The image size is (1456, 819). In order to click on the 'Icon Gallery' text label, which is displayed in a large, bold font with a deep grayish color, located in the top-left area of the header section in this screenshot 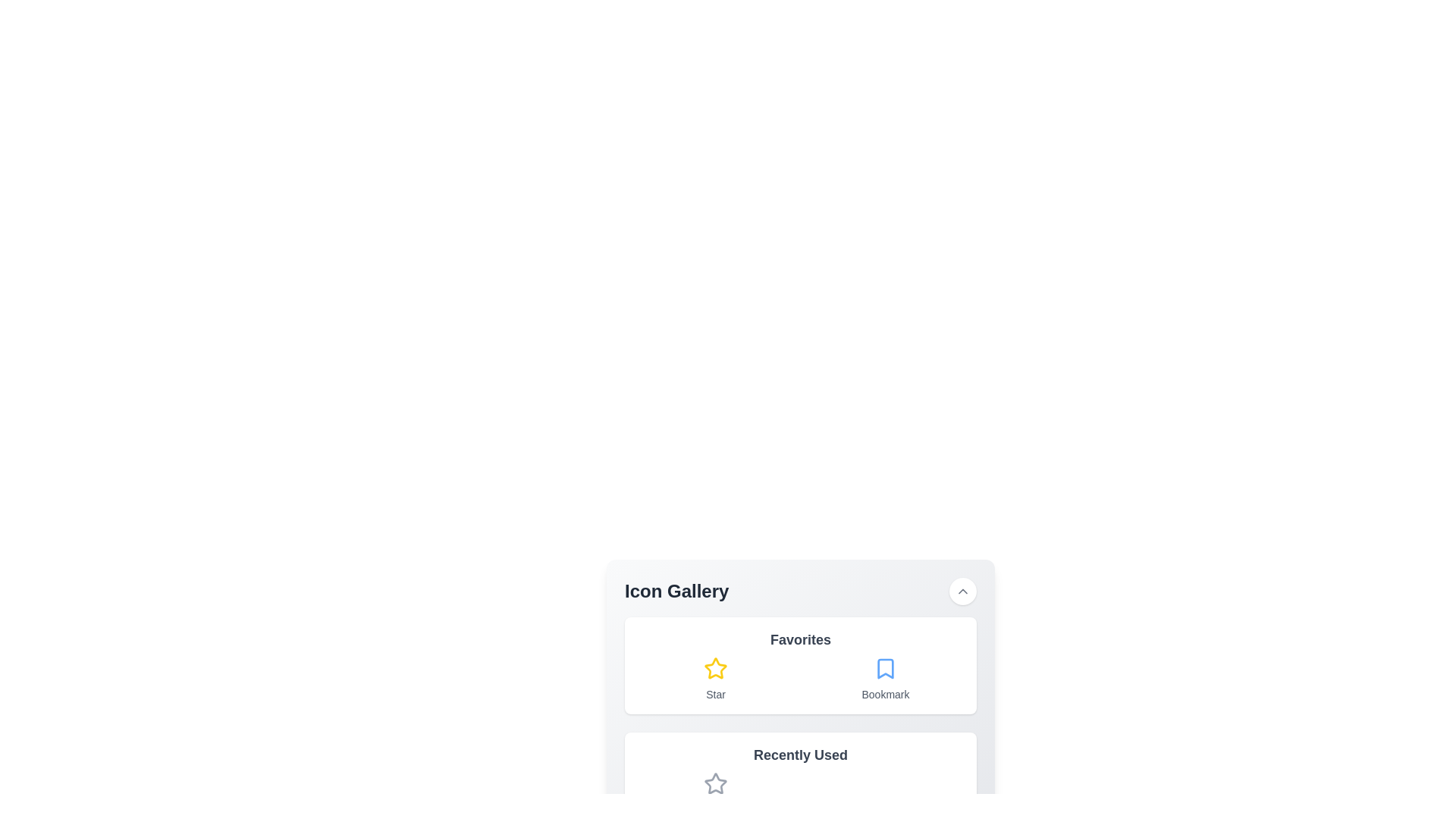, I will do `click(676, 590)`.